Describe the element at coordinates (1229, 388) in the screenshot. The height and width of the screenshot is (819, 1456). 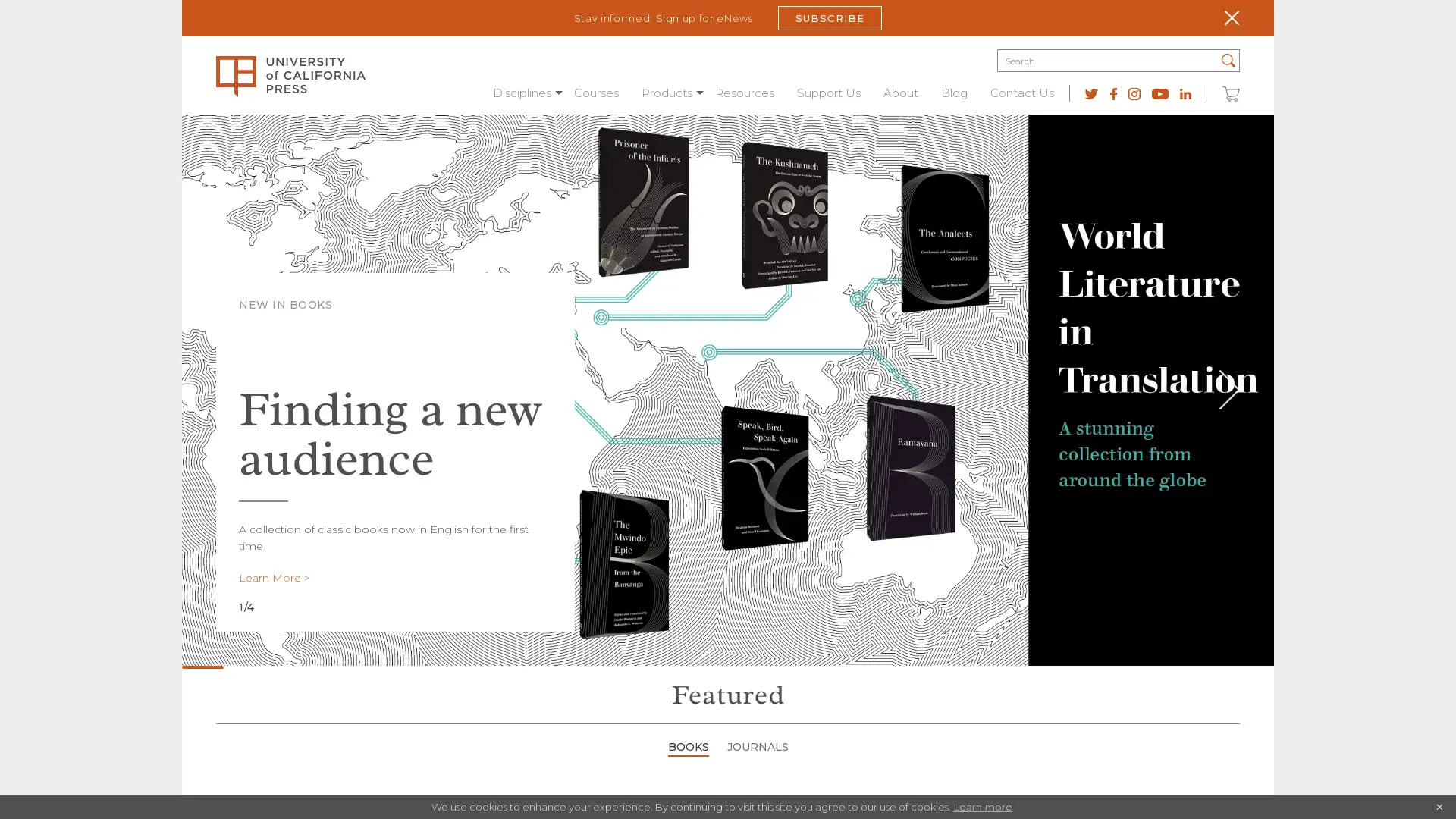
I see `Next` at that location.